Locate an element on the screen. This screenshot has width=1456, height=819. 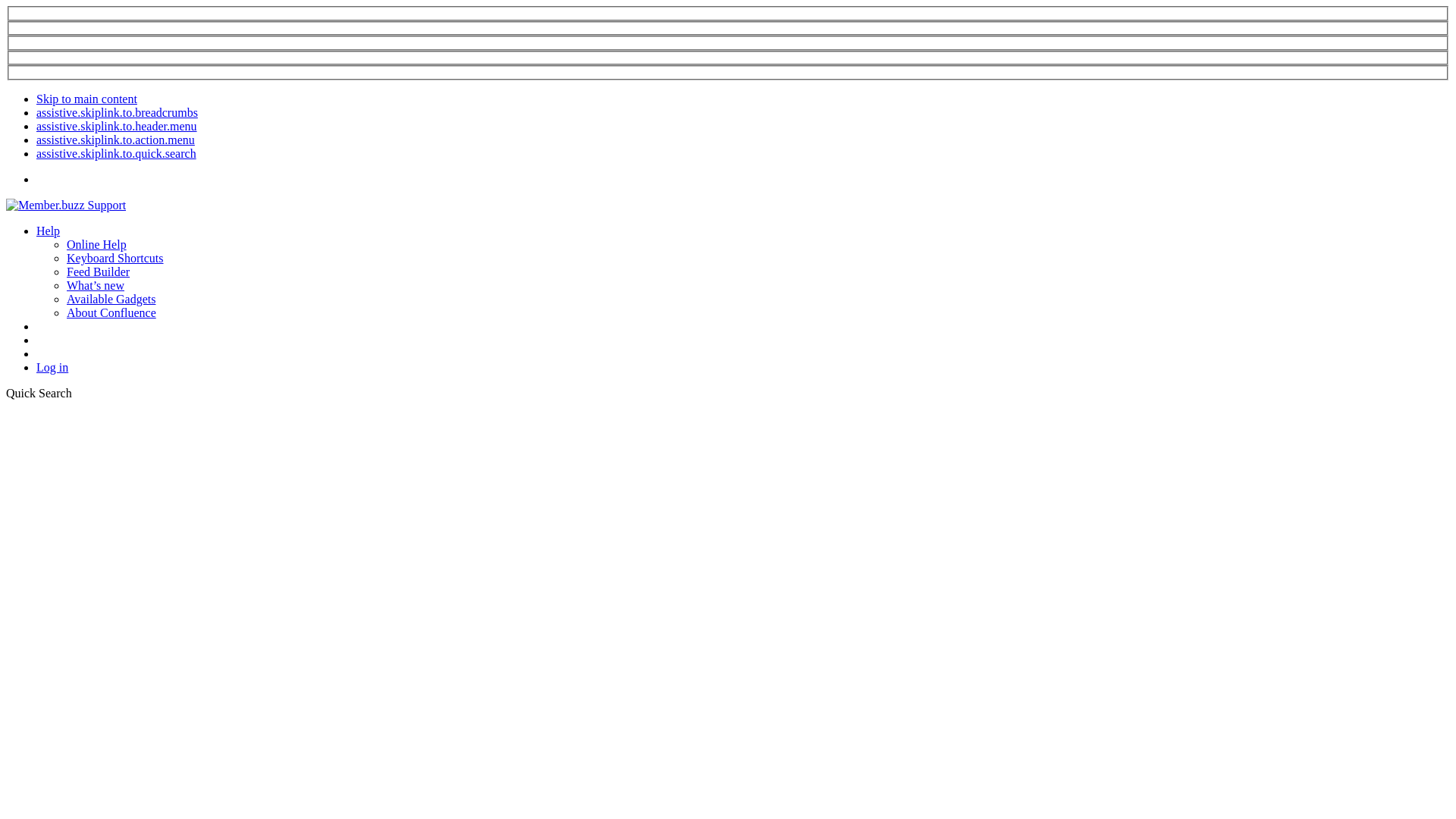
'assistive.skiplink.to.quick.search' is located at coordinates (115, 153).